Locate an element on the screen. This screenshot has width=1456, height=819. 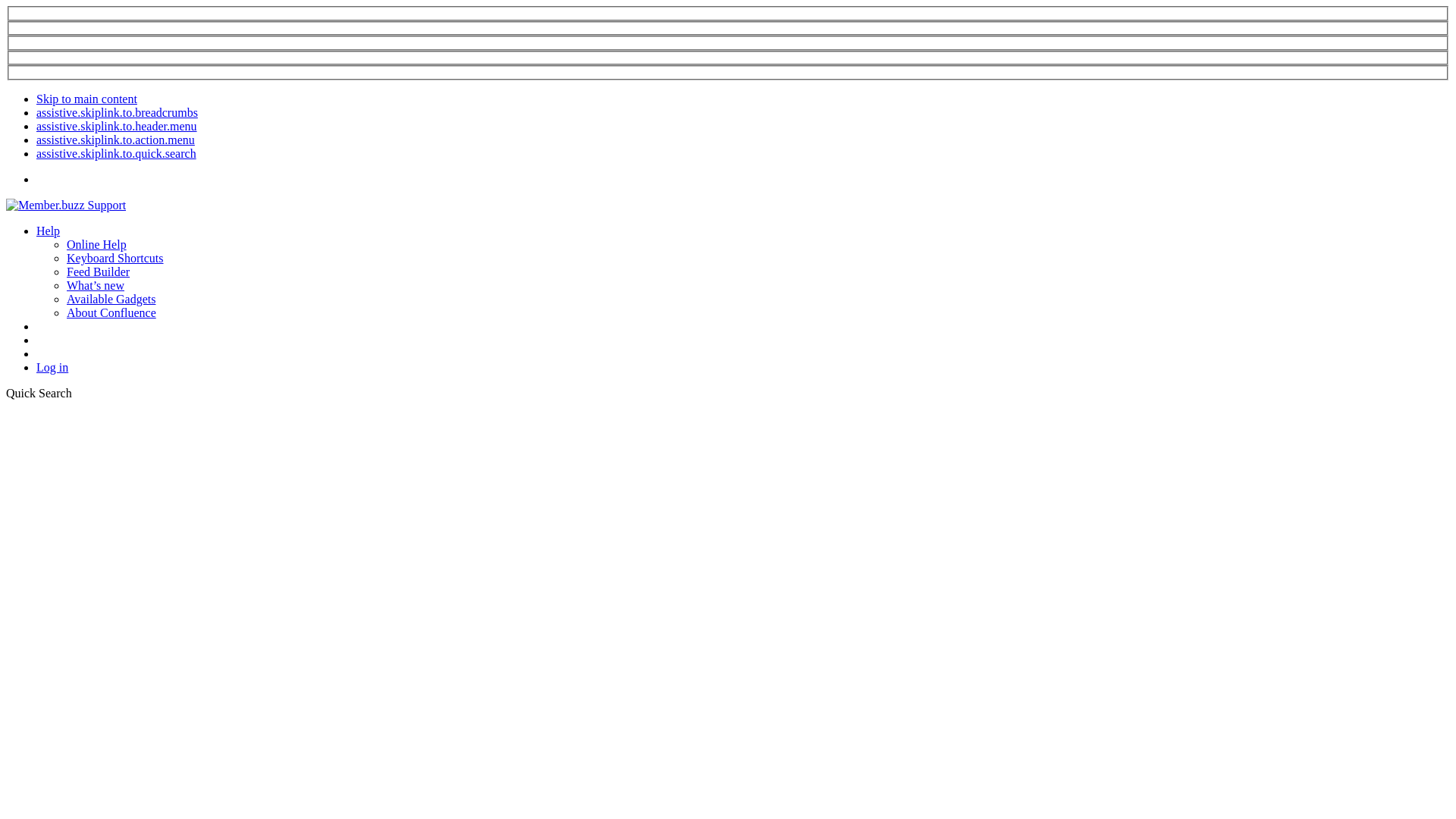
'assistive.skiplink.to.quick.search' is located at coordinates (115, 153).